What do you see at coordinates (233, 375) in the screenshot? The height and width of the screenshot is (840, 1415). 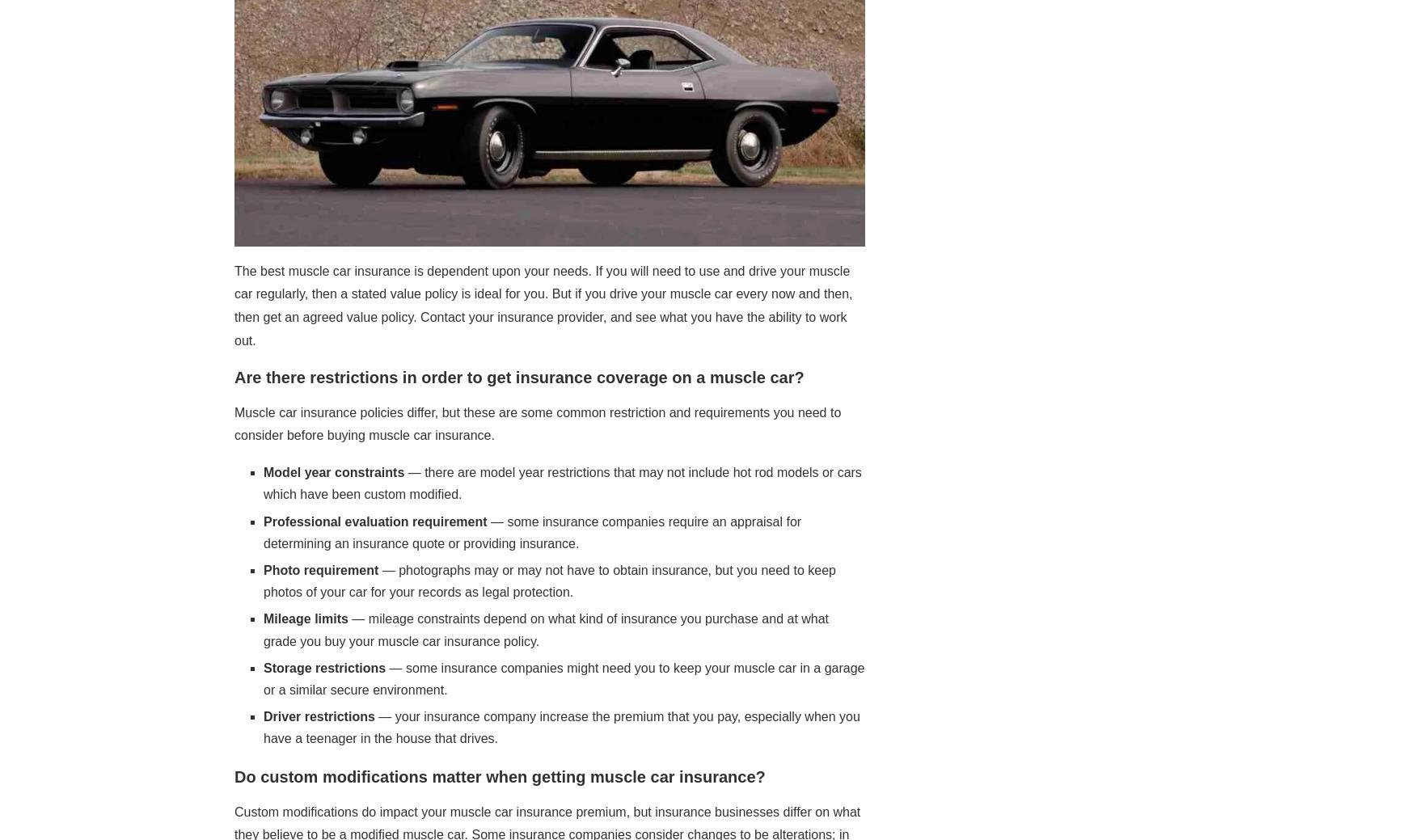 I see `'Are there restrictions in order to get insurance coverage on a muscle car?'` at bounding box center [233, 375].